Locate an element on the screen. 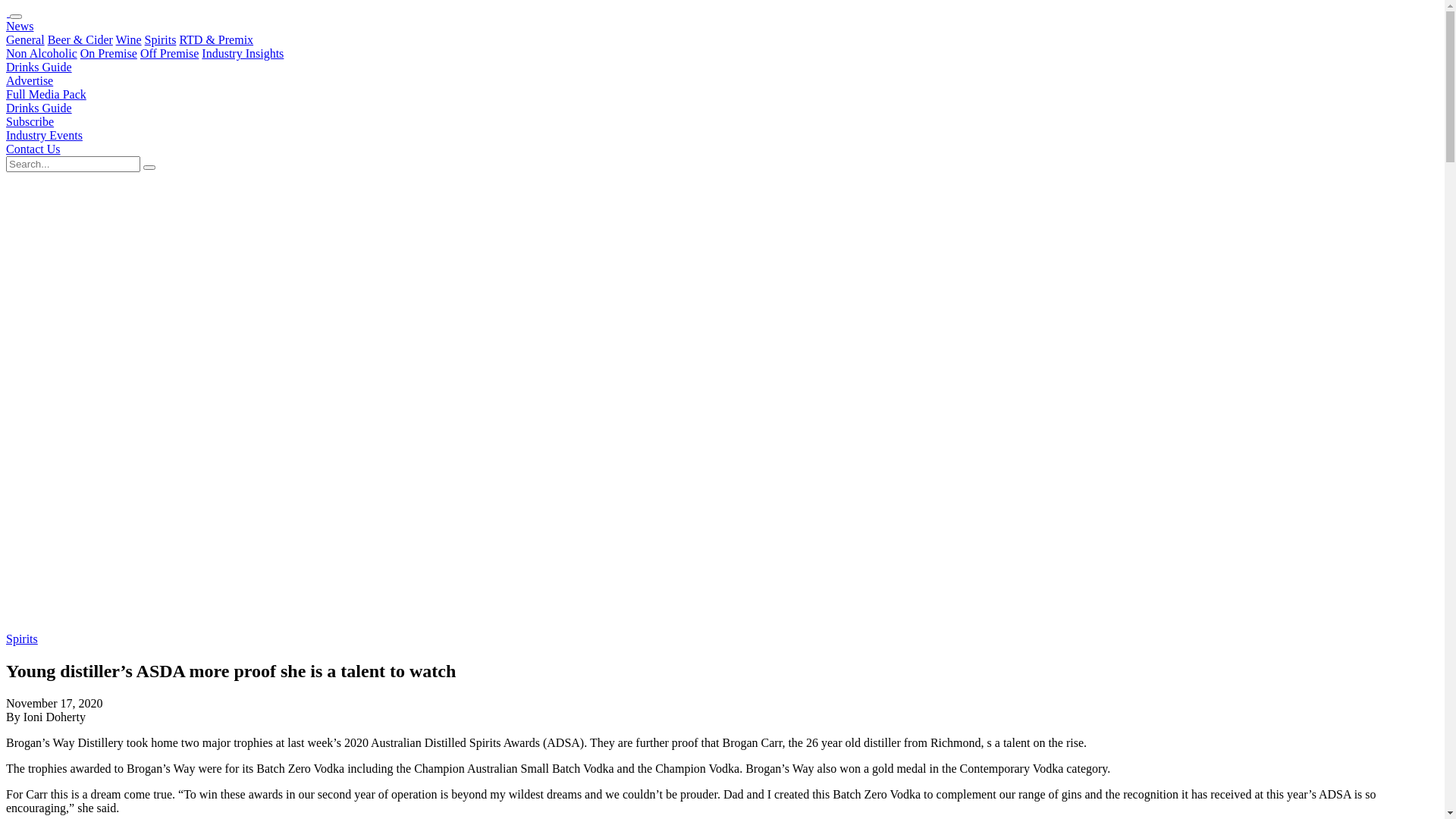 This screenshot has height=819, width=1456. 'Spirits' is located at coordinates (6, 639).